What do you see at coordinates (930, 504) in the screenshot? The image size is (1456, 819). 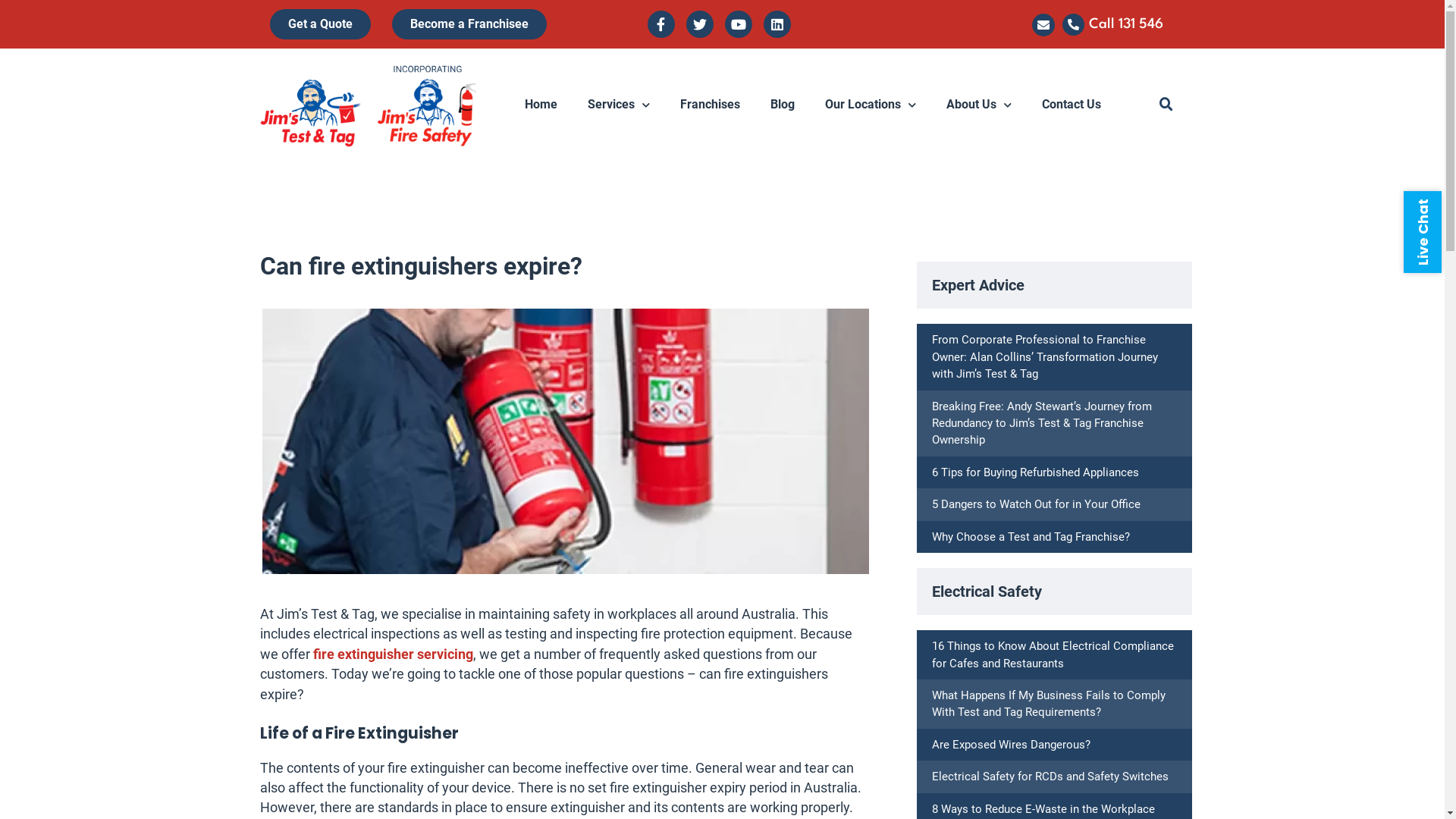 I see `'5 Dangers to Watch Out for in Your Office'` at bounding box center [930, 504].